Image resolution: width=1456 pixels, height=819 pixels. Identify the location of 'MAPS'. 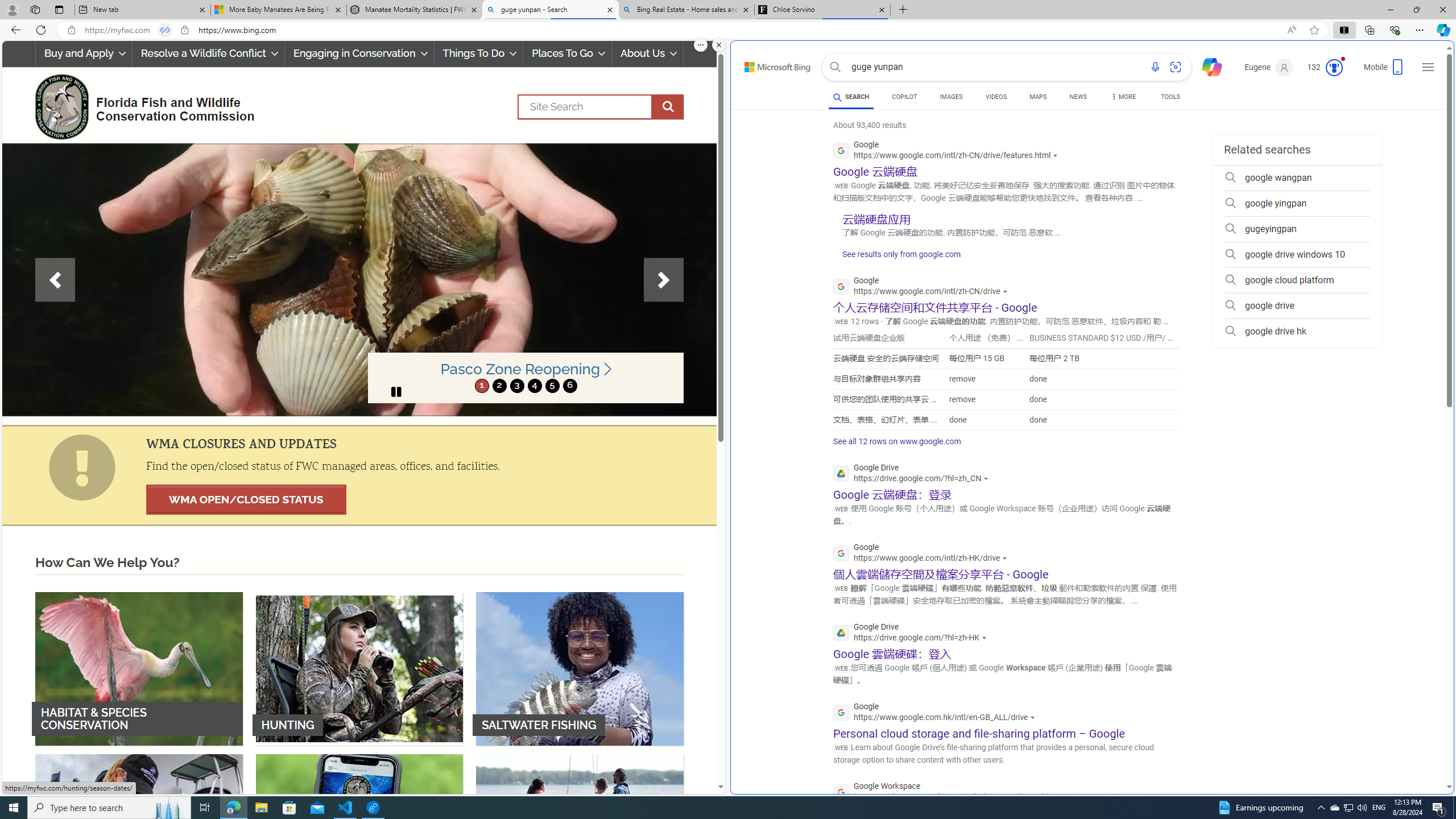
(1038, 96).